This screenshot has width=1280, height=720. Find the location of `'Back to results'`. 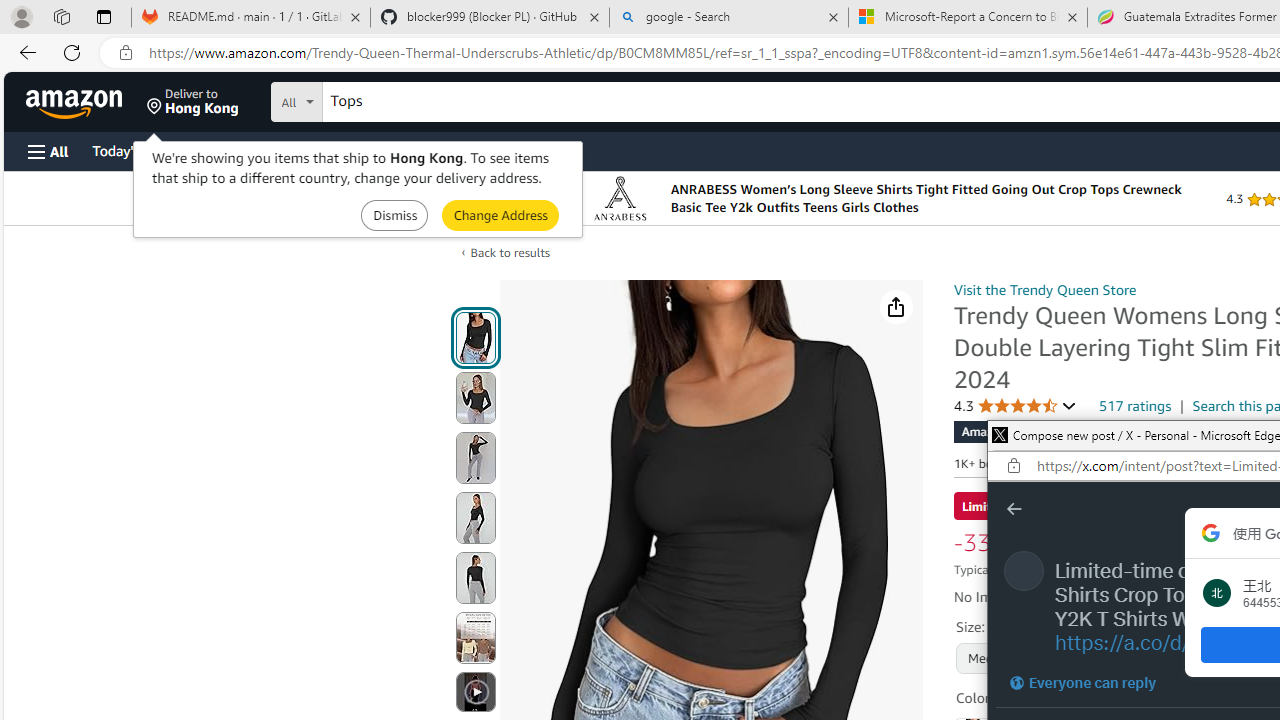

'Back to results' is located at coordinates (510, 252).